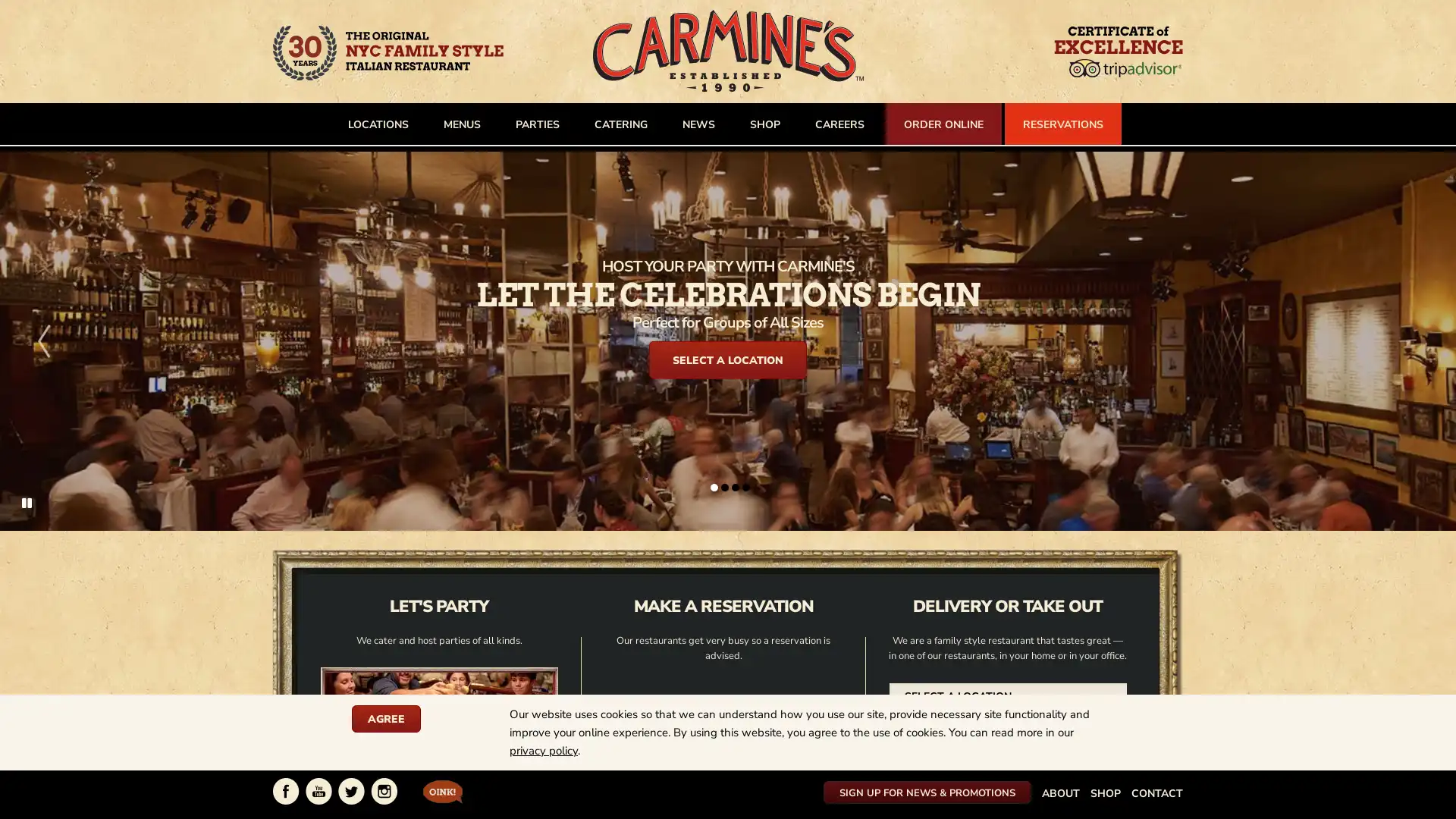 This screenshot has height=819, width=1456. What do you see at coordinates (43, 340) in the screenshot?
I see `Previous` at bounding box center [43, 340].